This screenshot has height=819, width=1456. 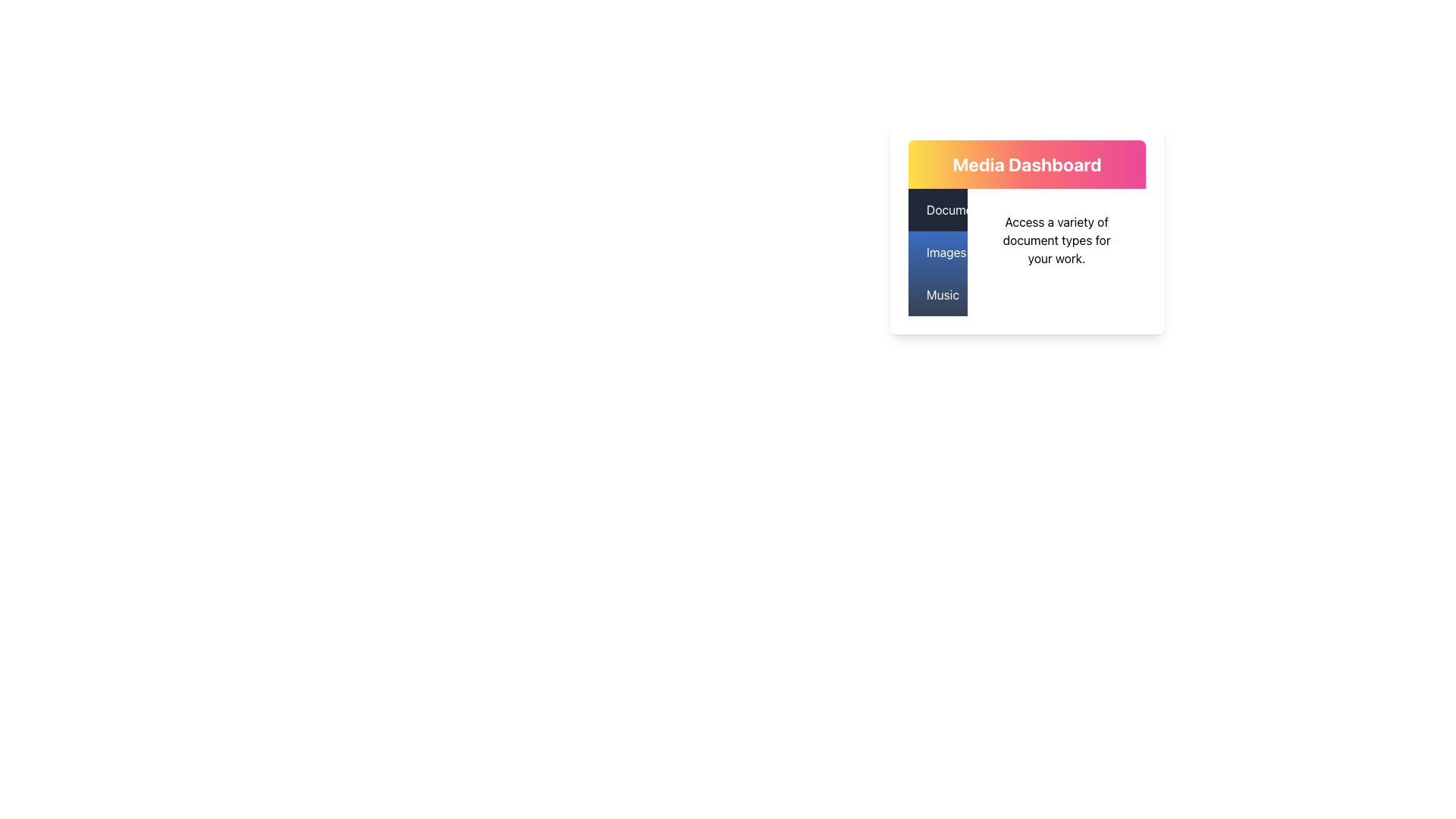 I want to click on the 'Images' navigation menu item, so click(x=937, y=251).